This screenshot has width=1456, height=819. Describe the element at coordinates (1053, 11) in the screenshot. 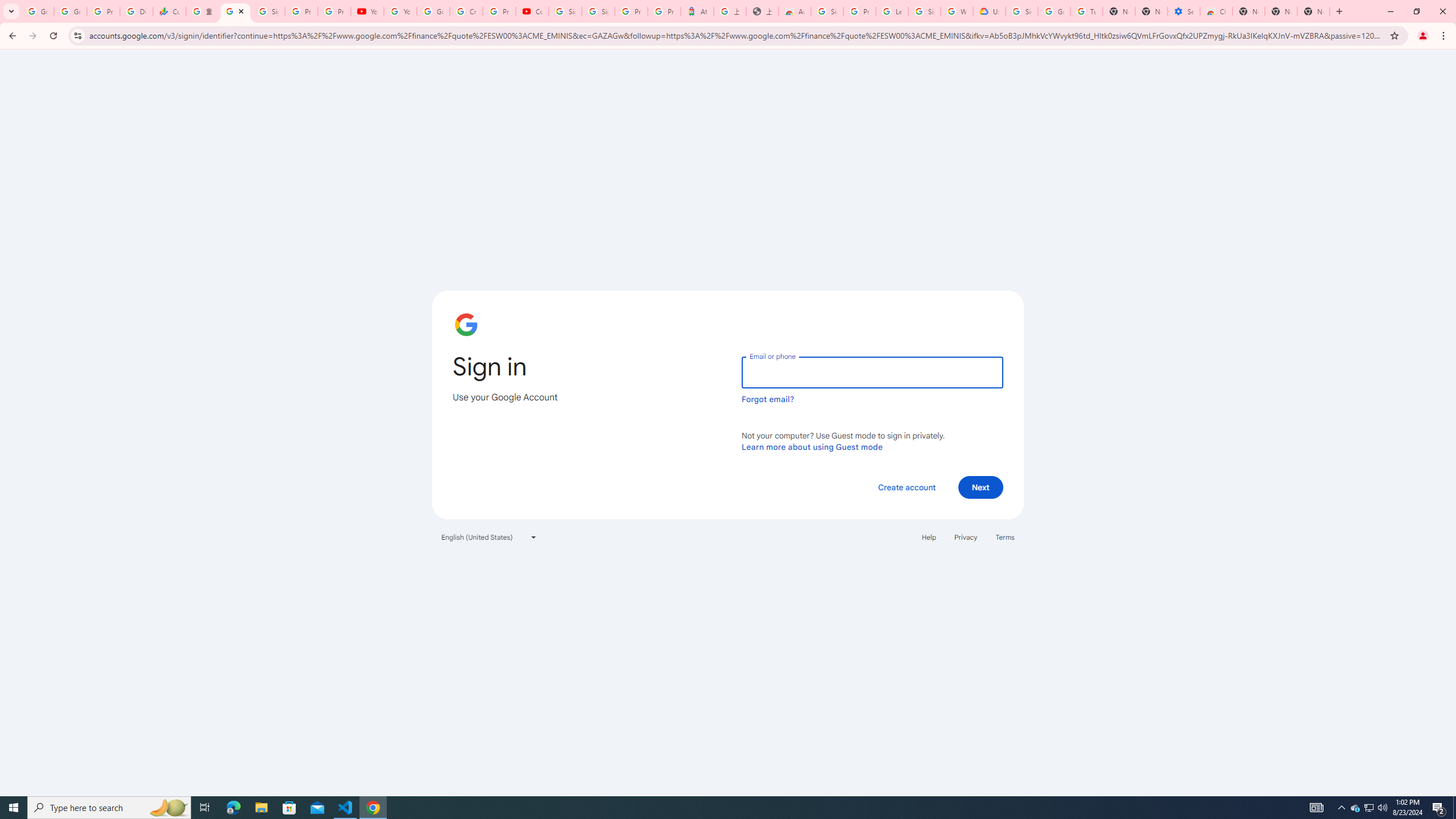

I see `'Google Account Help'` at that location.